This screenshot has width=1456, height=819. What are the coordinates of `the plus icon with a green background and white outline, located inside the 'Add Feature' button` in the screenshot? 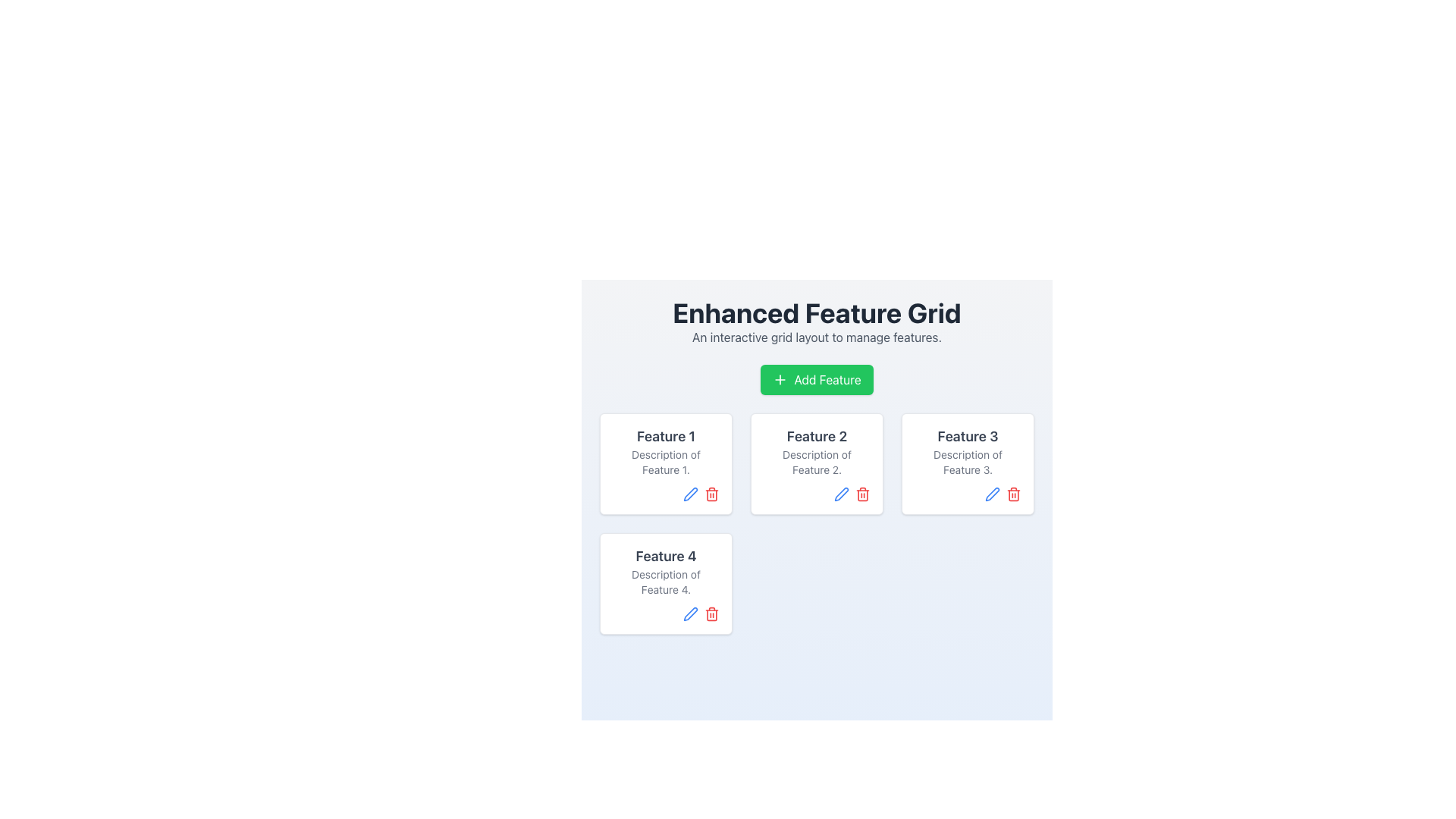 It's located at (780, 379).